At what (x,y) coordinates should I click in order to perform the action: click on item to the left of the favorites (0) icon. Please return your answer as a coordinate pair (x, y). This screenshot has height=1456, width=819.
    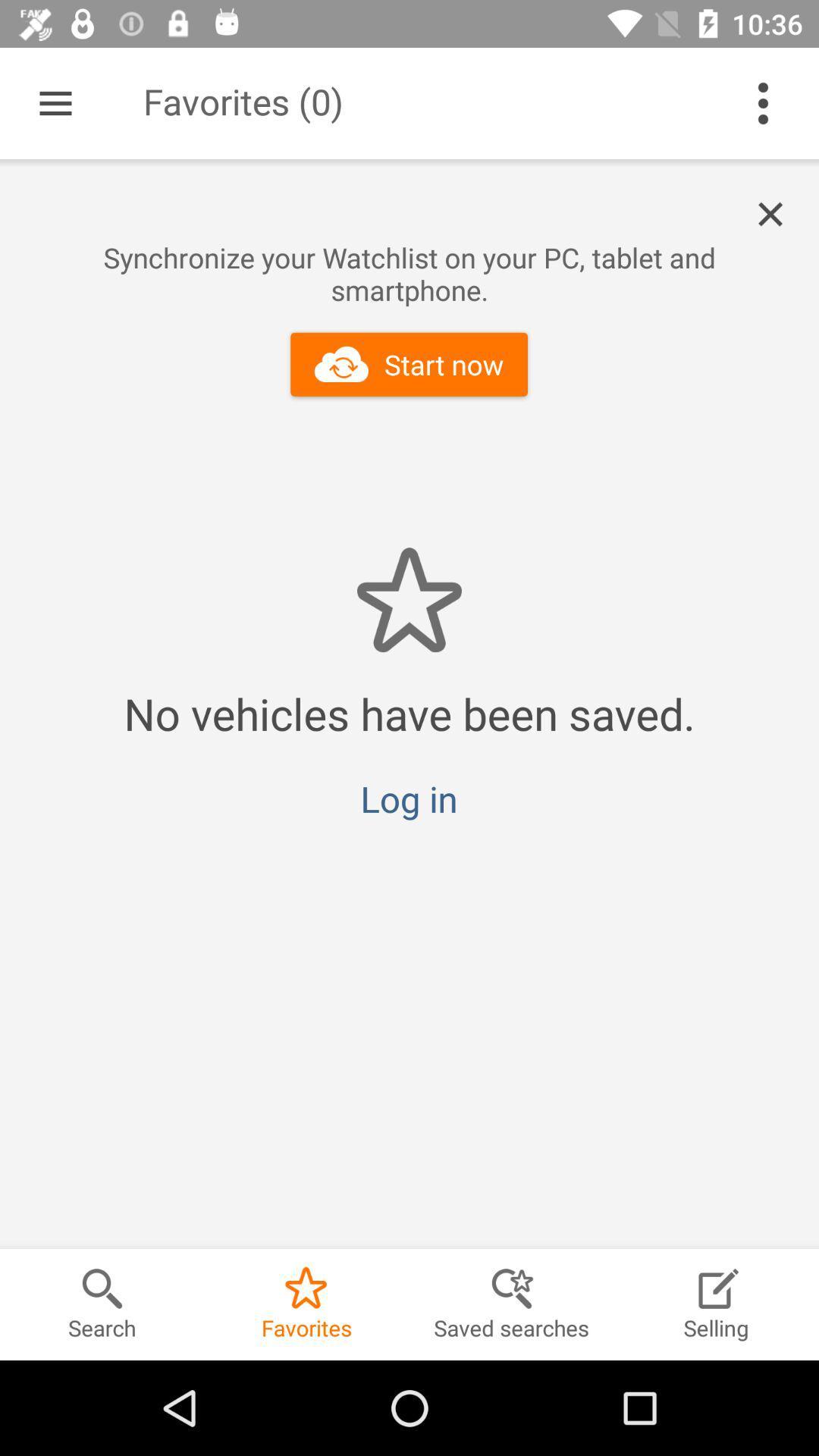
    Looking at the image, I should click on (55, 102).